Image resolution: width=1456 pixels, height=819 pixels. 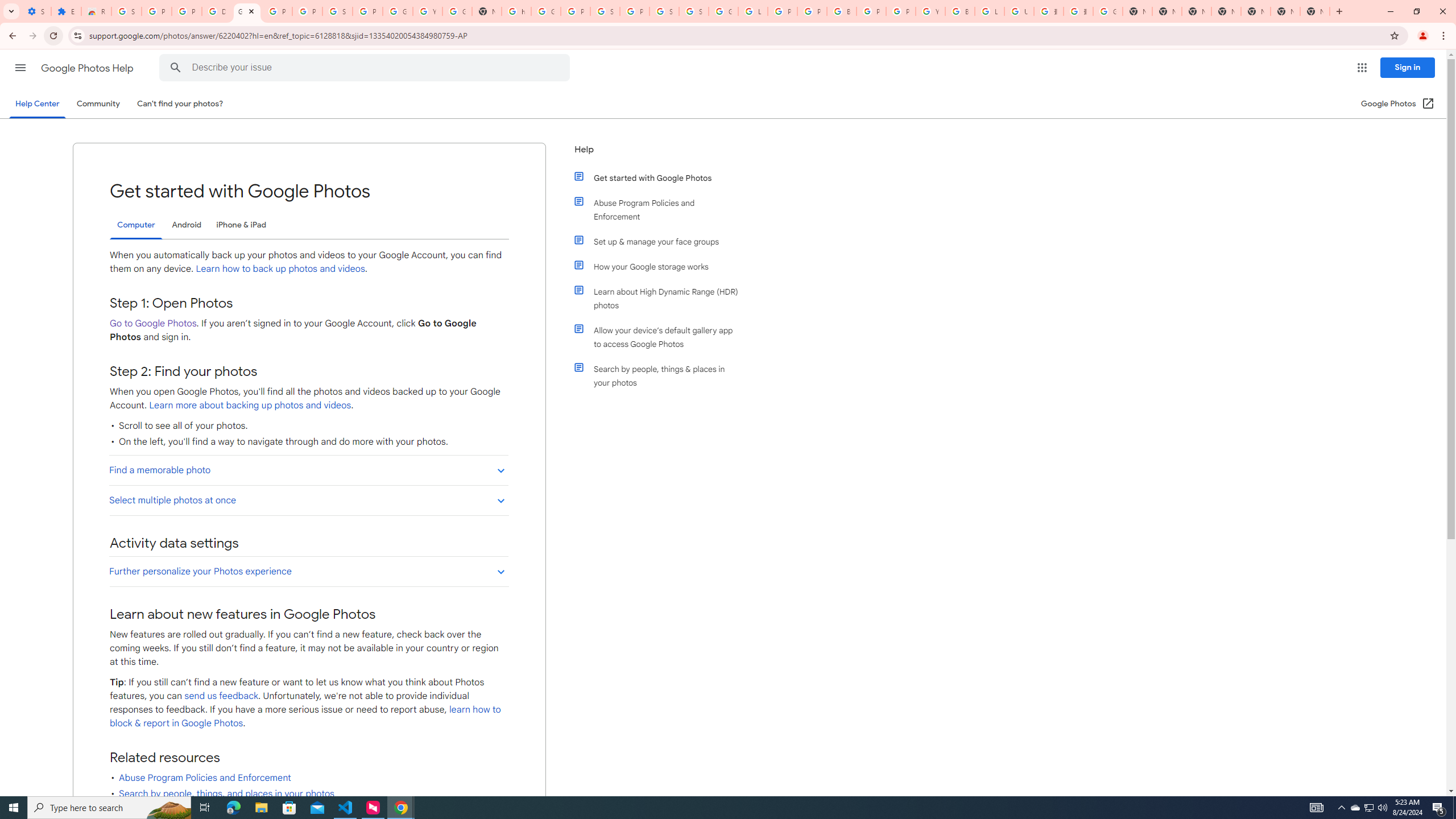 What do you see at coordinates (250, 405) in the screenshot?
I see `'Learn more about backing up photos and videos'` at bounding box center [250, 405].